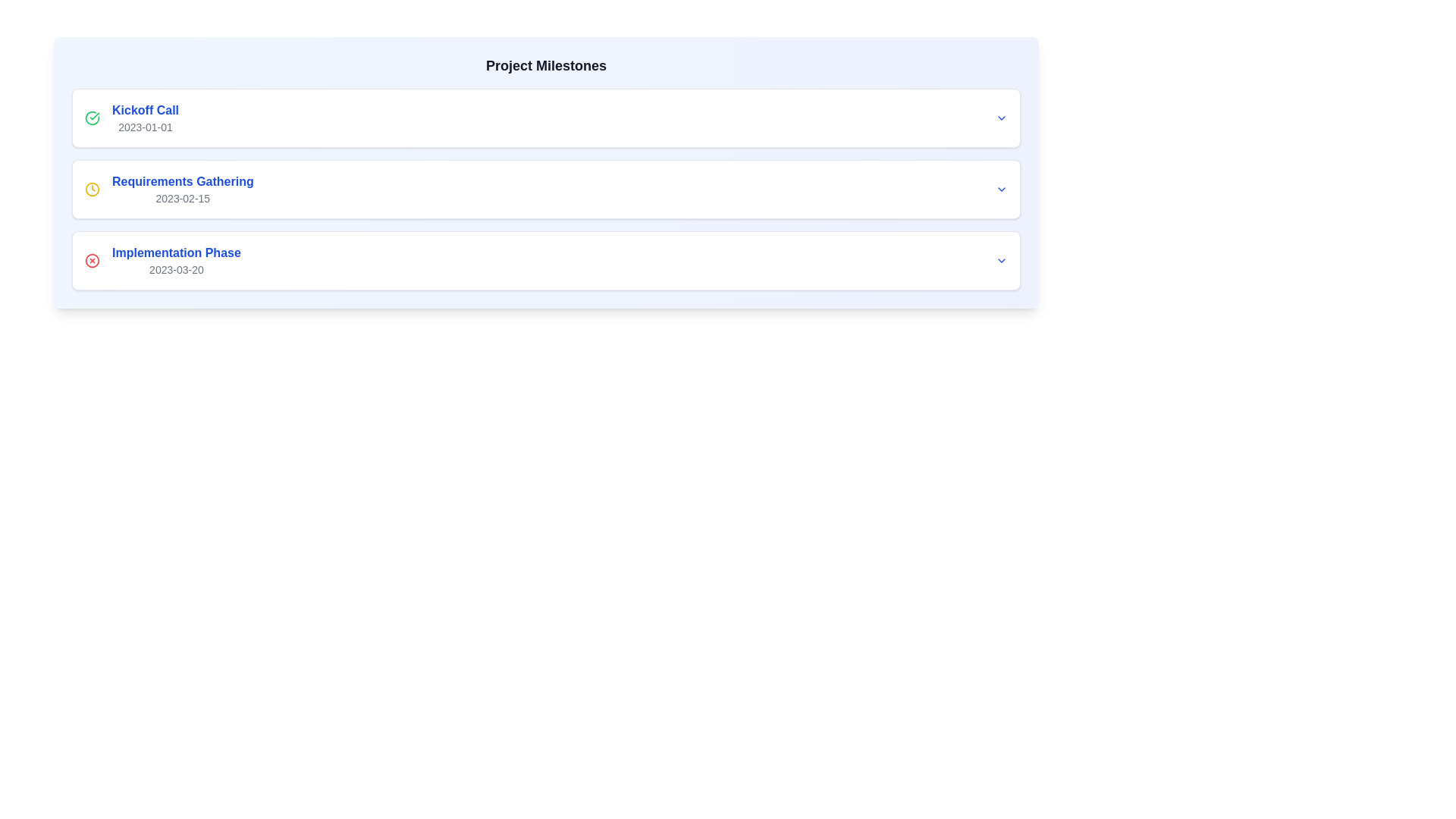 This screenshot has height=819, width=1456. I want to click on date displayed in the text label showing '2023-03-20' which is located below the 'Implementation Phase' text in the project milestones list, so click(176, 268).